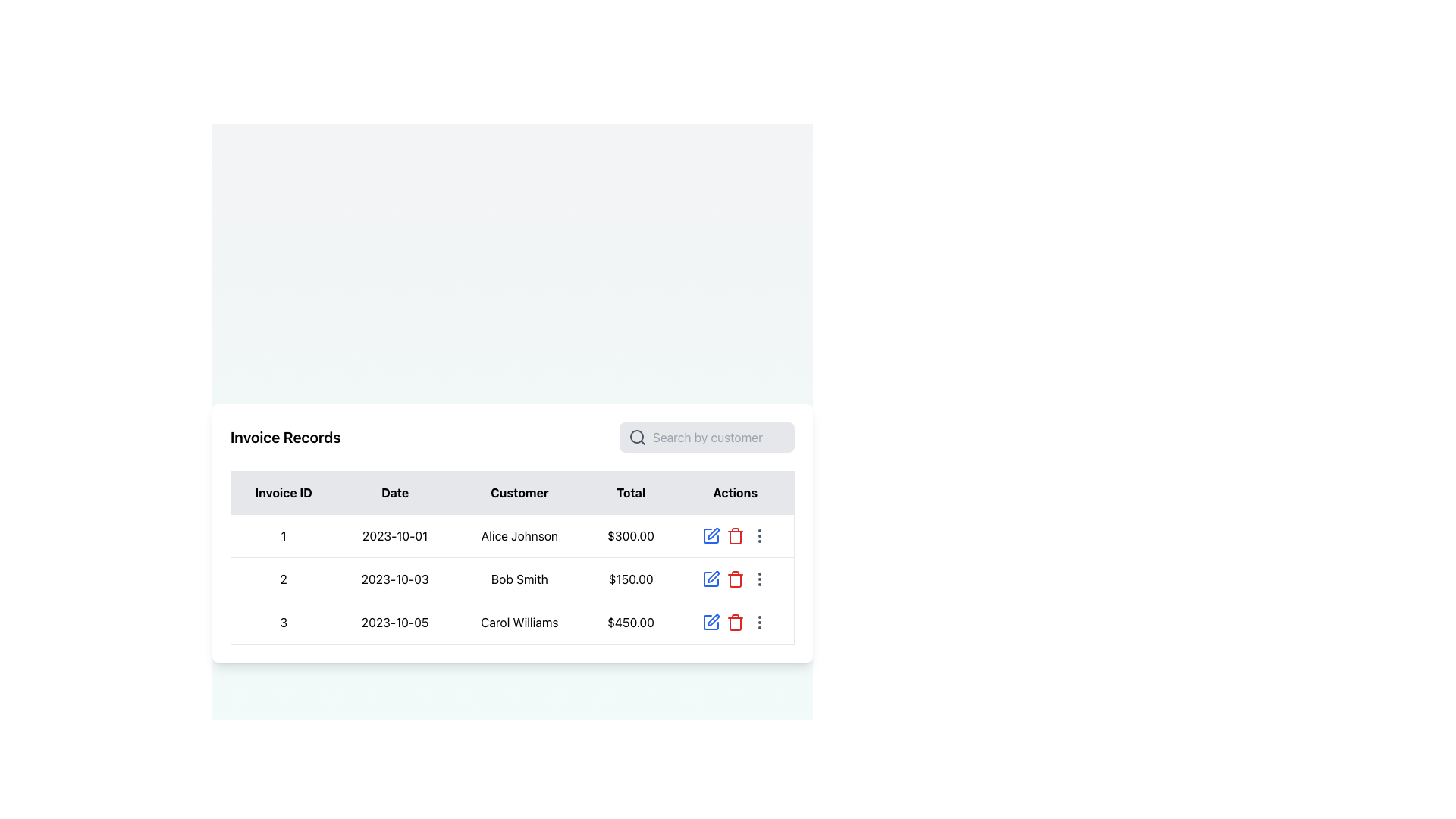 This screenshot has height=819, width=1456. Describe the element at coordinates (735, 492) in the screenshot. I see `the 'Actions' table header, which is the fifth column with bold black text on a light gray background, located at the topmost row of the table` at that location.